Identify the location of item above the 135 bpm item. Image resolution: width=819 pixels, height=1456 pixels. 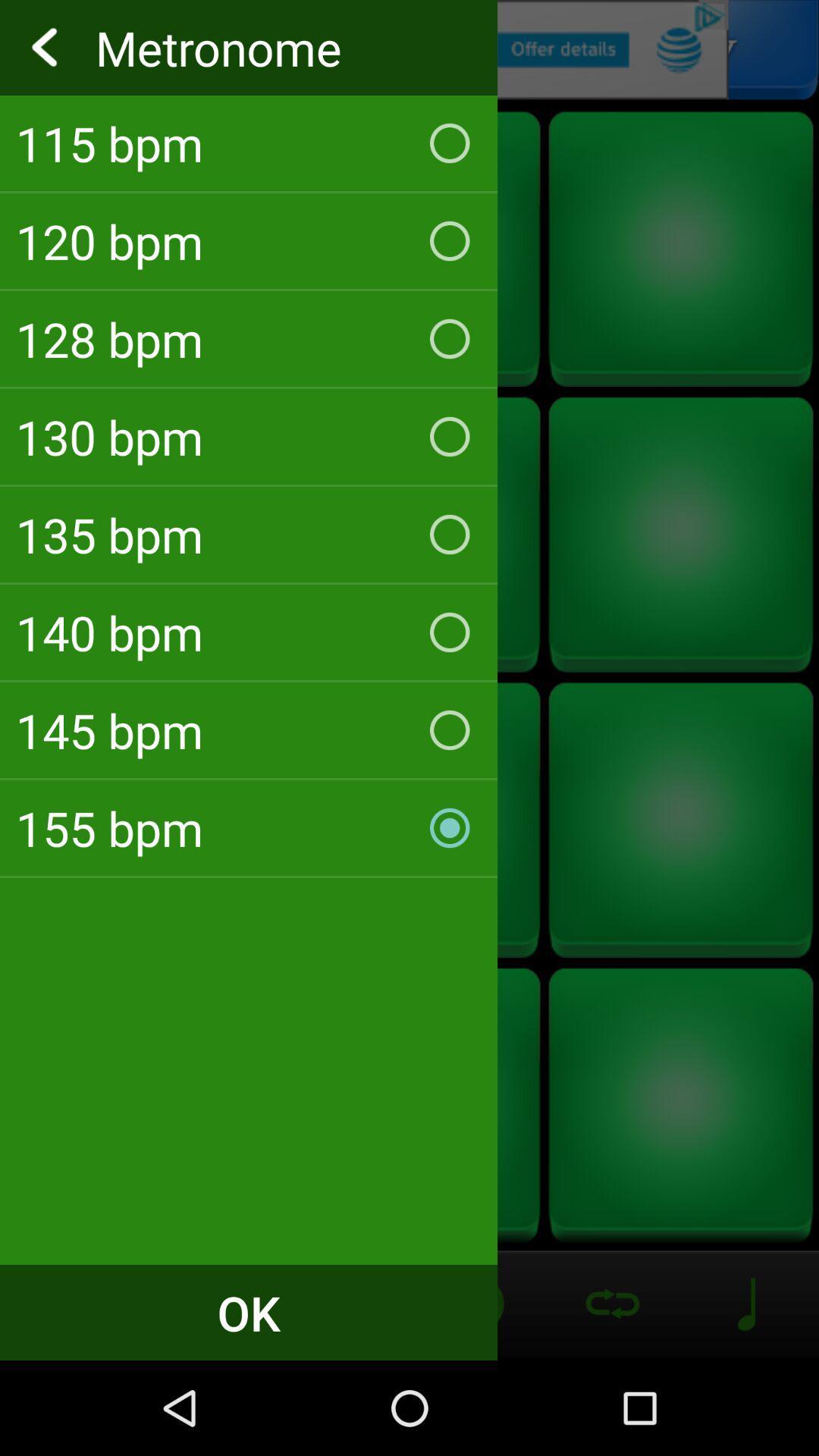
(248, 436).